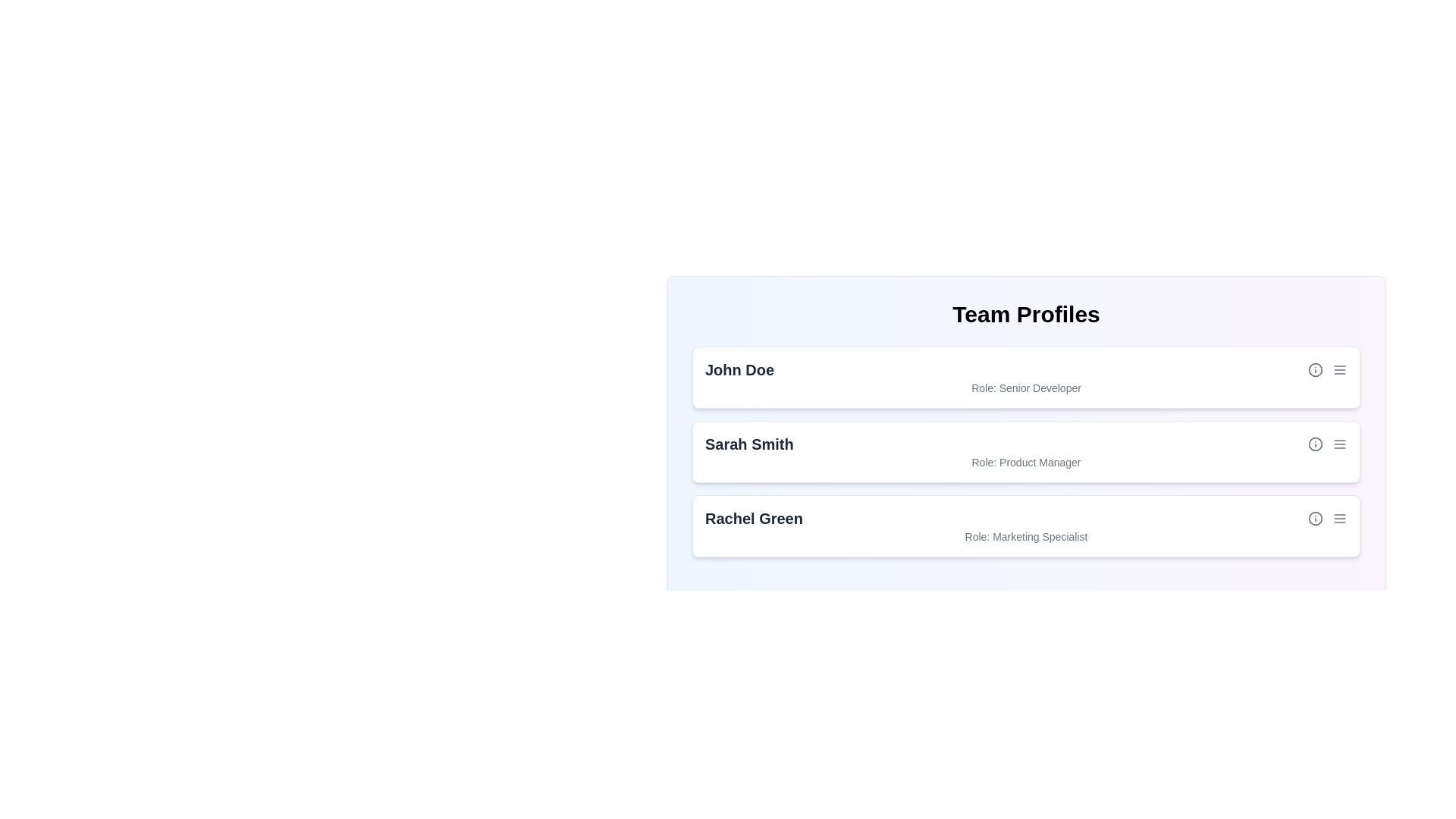 The image size is (1456, 819). What do you see at coordinates (1314, 444) in the screenshot?
I see `the information button located in the top-right corner of the second row of the 'Team Profiles' list, next to the 'Sarah Smith' entry labeled as 'Role: Product Manager'` at bounding box center [1314, 444].